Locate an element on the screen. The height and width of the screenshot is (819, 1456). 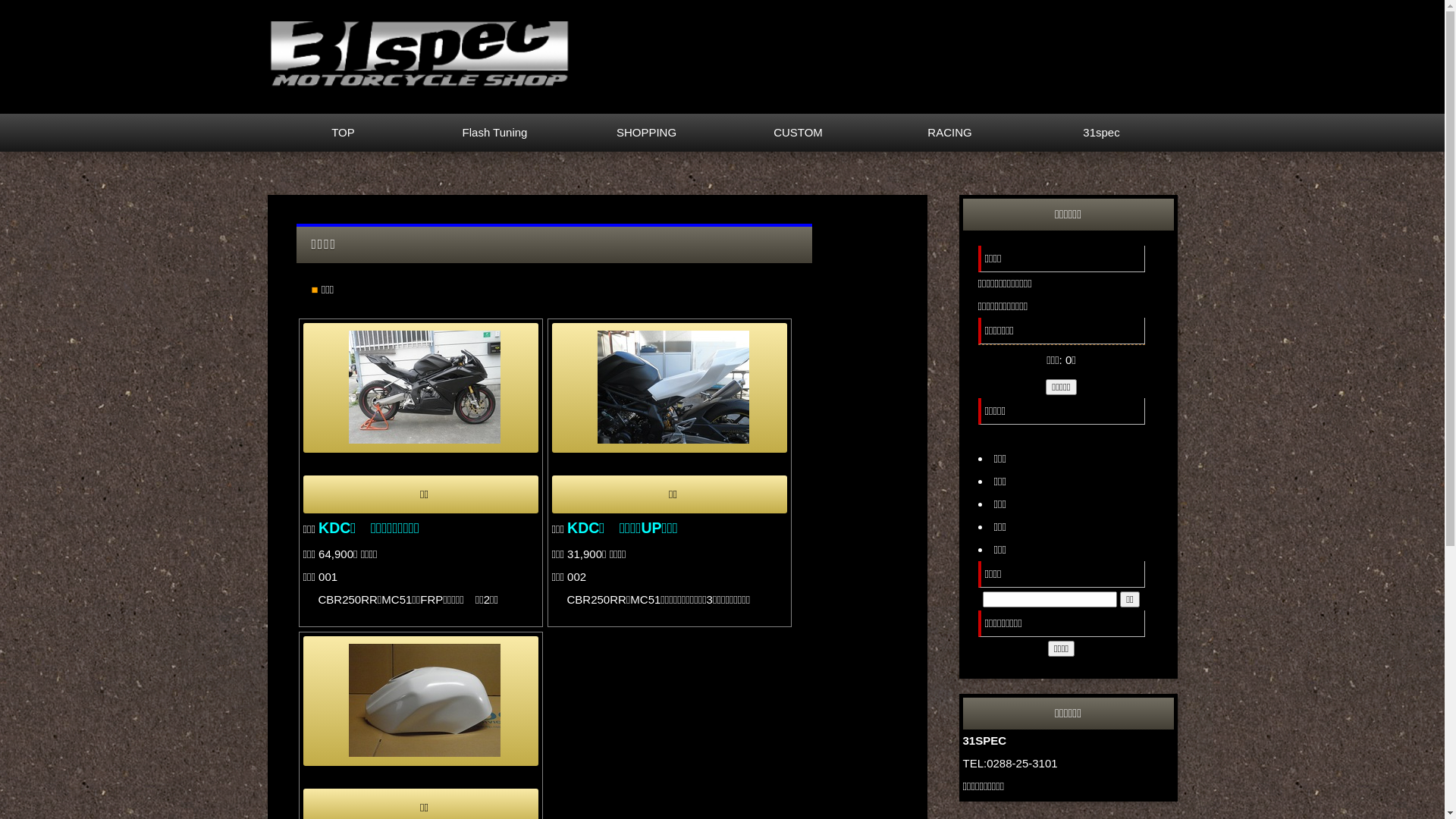
'RACING' is located at coordinates (949, 131).